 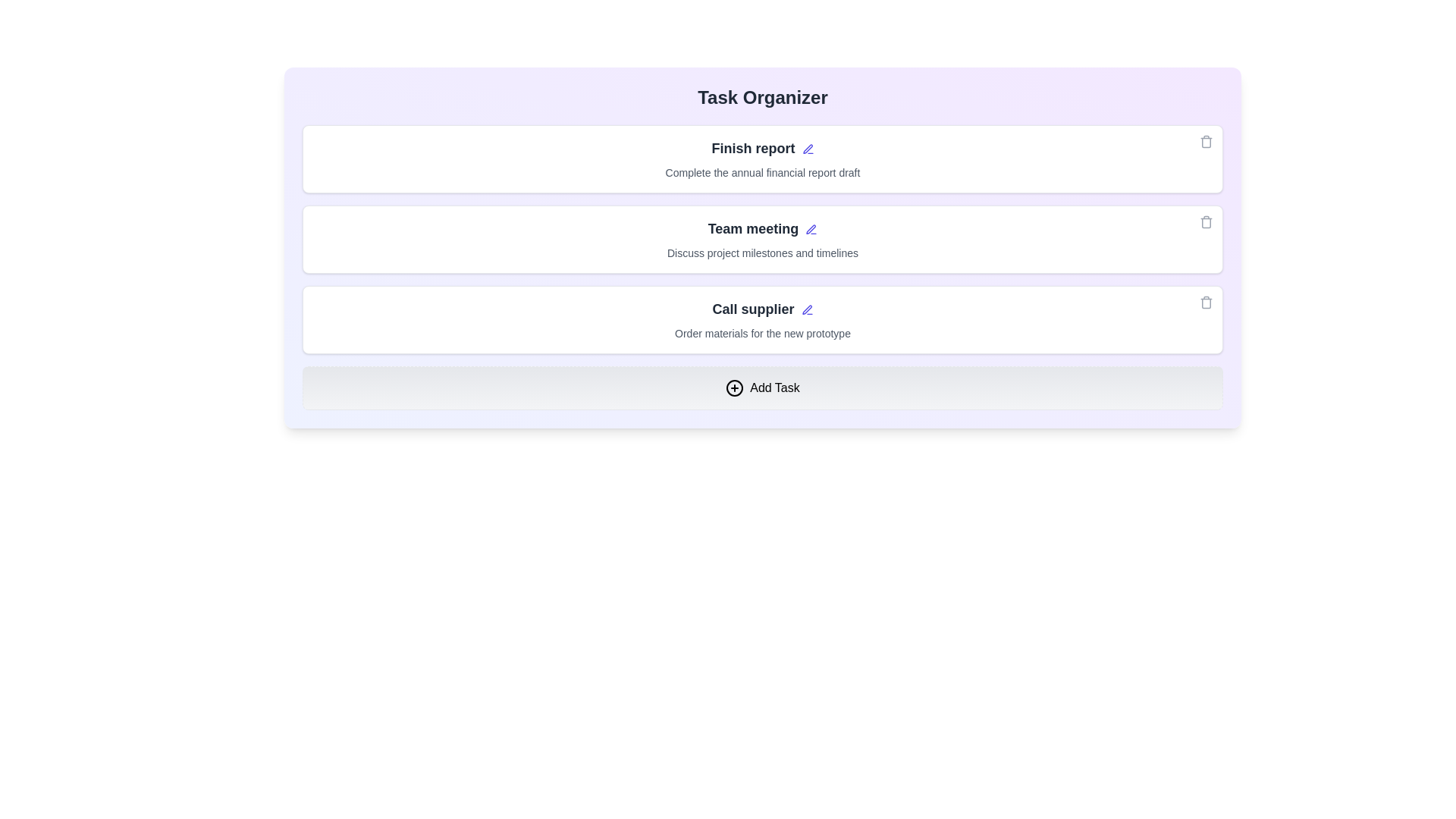 I want to click on the edit icon next to the task title 'Finish report', so click(x=807, y=149).